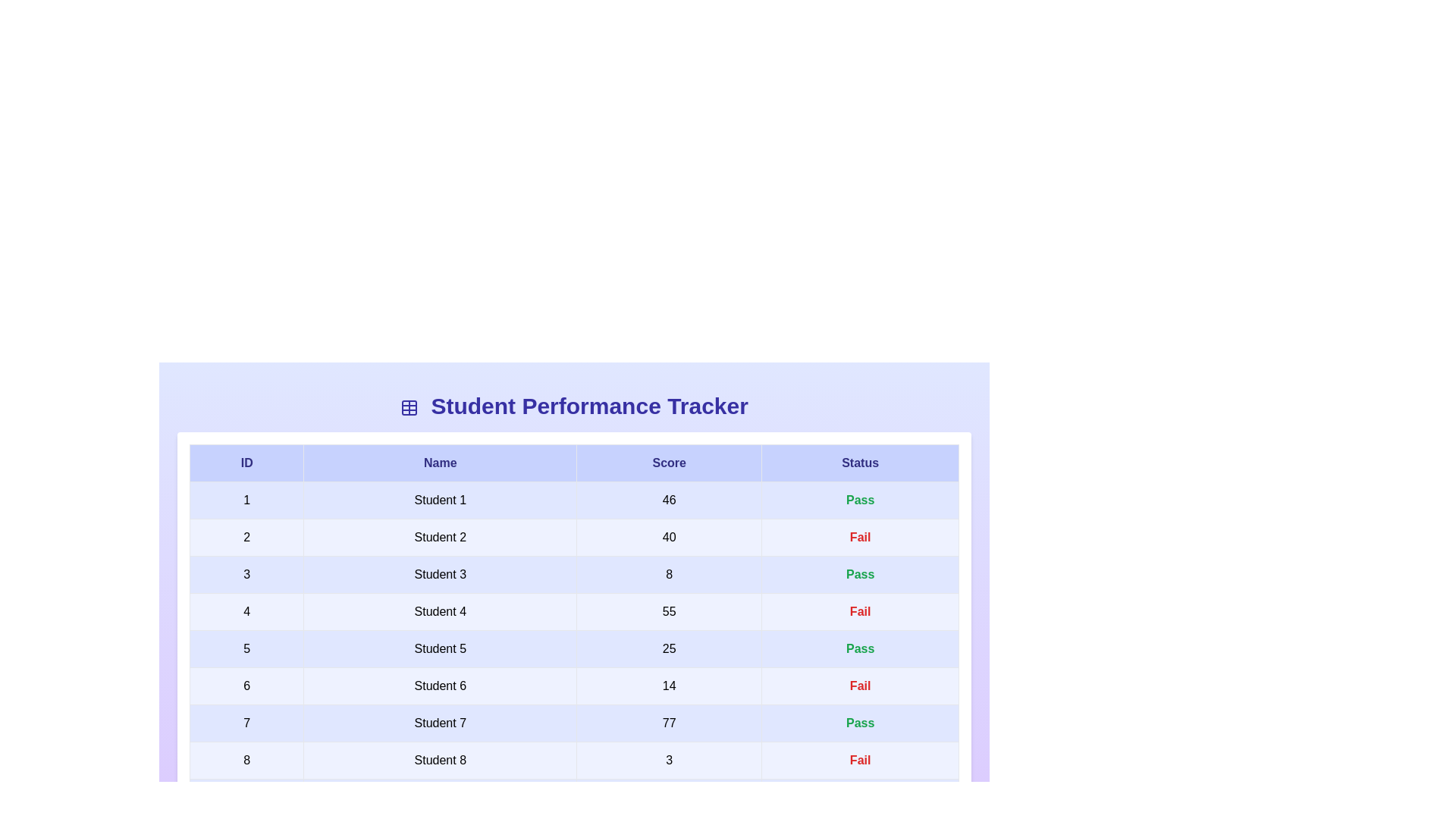  I want to click on the header text 'Student Performance Tracker' to bring focus to it, so click(573, 406).